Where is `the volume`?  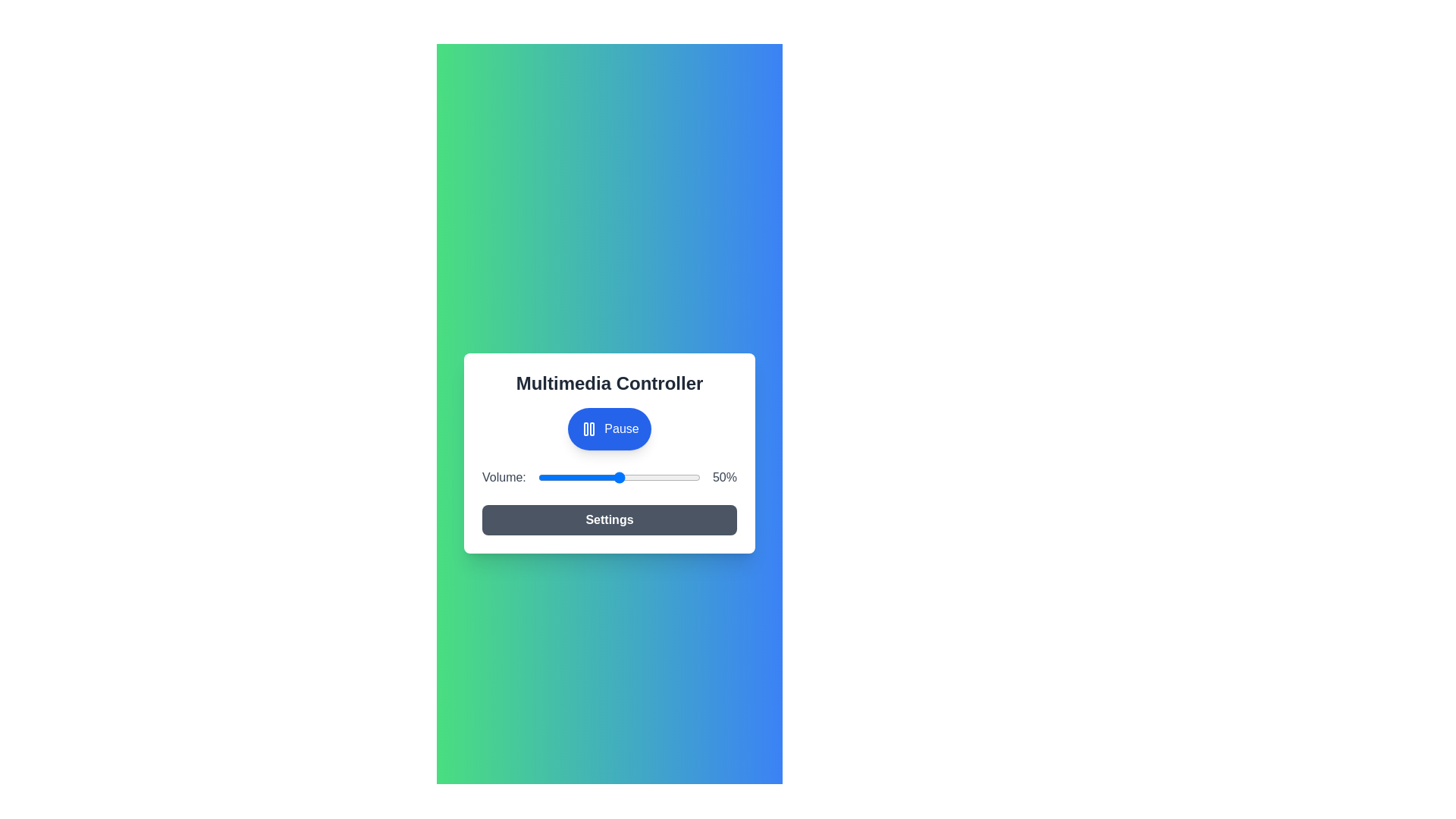 the volume is located at coordinates (673, 476).